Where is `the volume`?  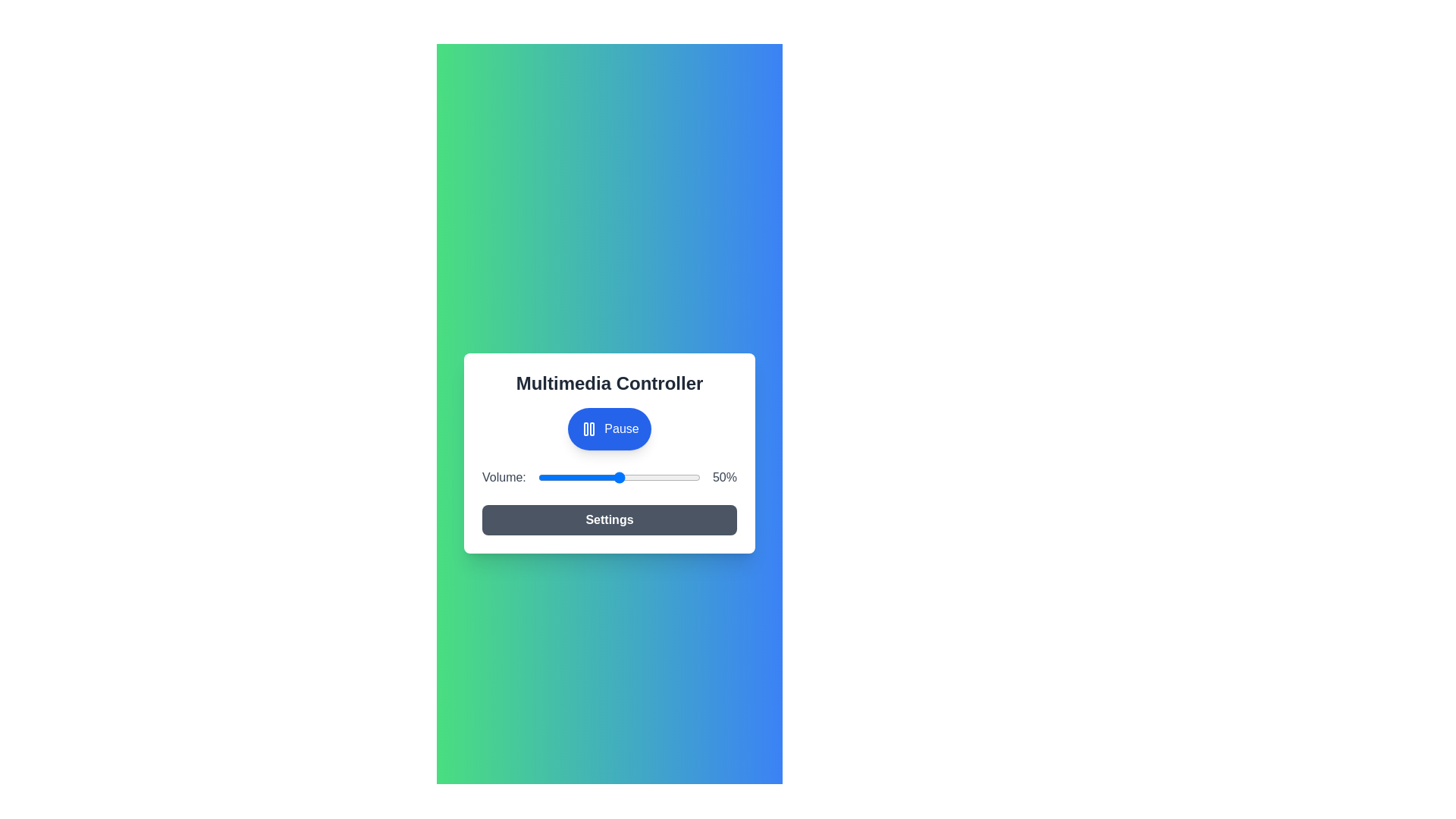 the volume is located at coordinates (673, 476).